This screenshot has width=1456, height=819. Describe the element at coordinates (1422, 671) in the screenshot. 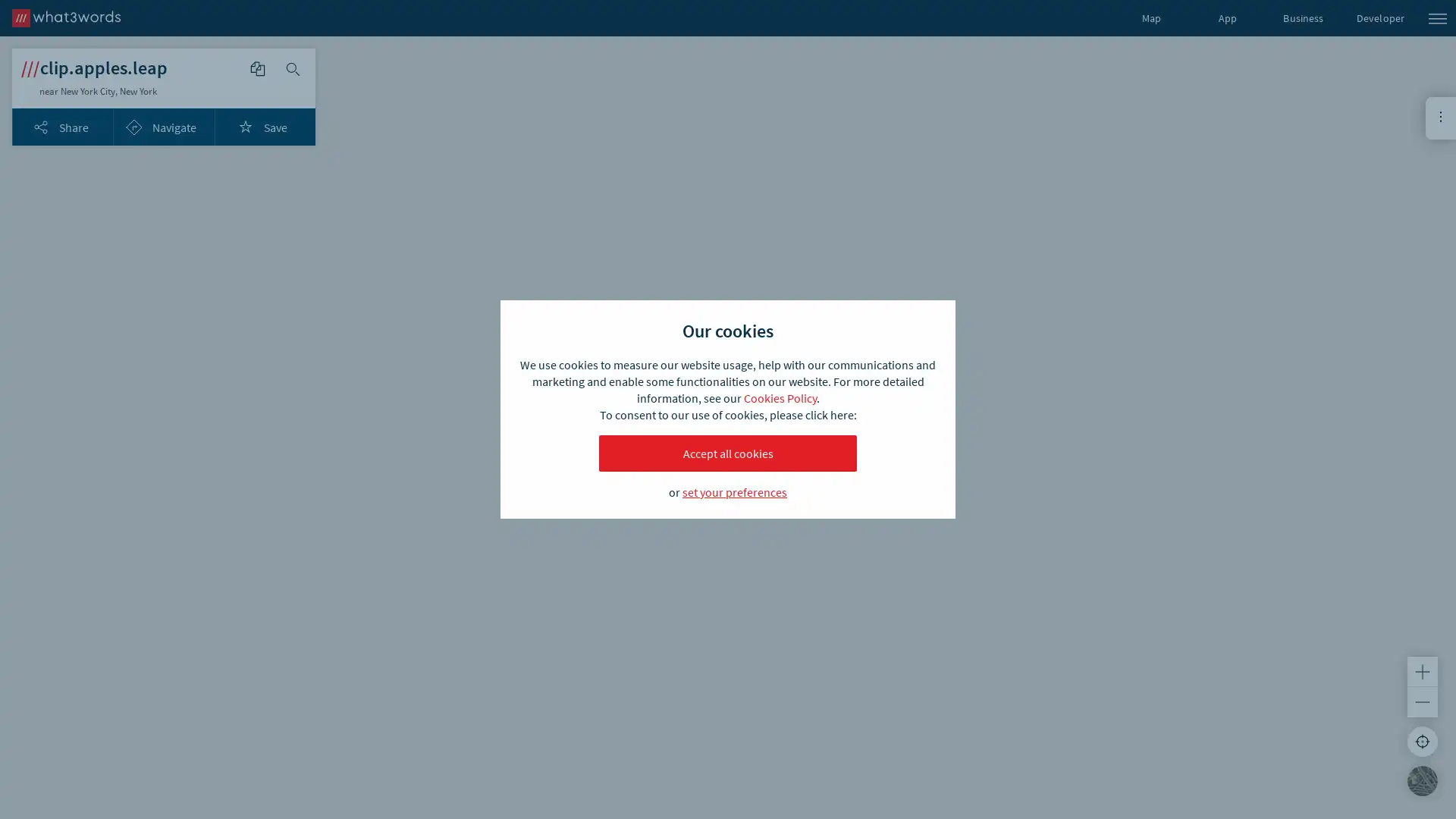

I see `Zoom in` at that location.